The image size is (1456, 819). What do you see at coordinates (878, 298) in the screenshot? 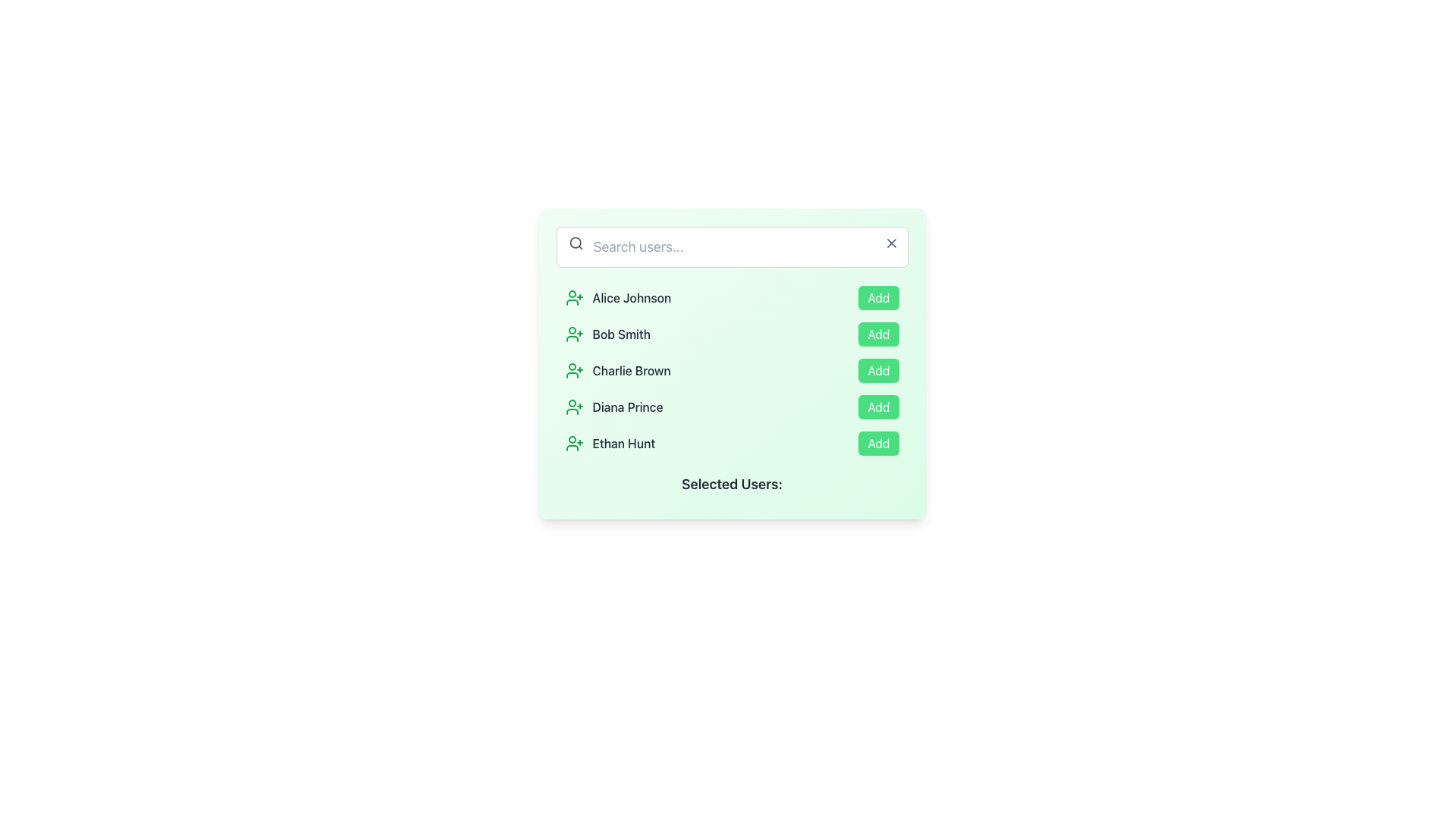
I see `the 'Add' button with a green background located at the far right of the row containing the user's name 'Alice Johnson'` at bounding box center [878, 298].